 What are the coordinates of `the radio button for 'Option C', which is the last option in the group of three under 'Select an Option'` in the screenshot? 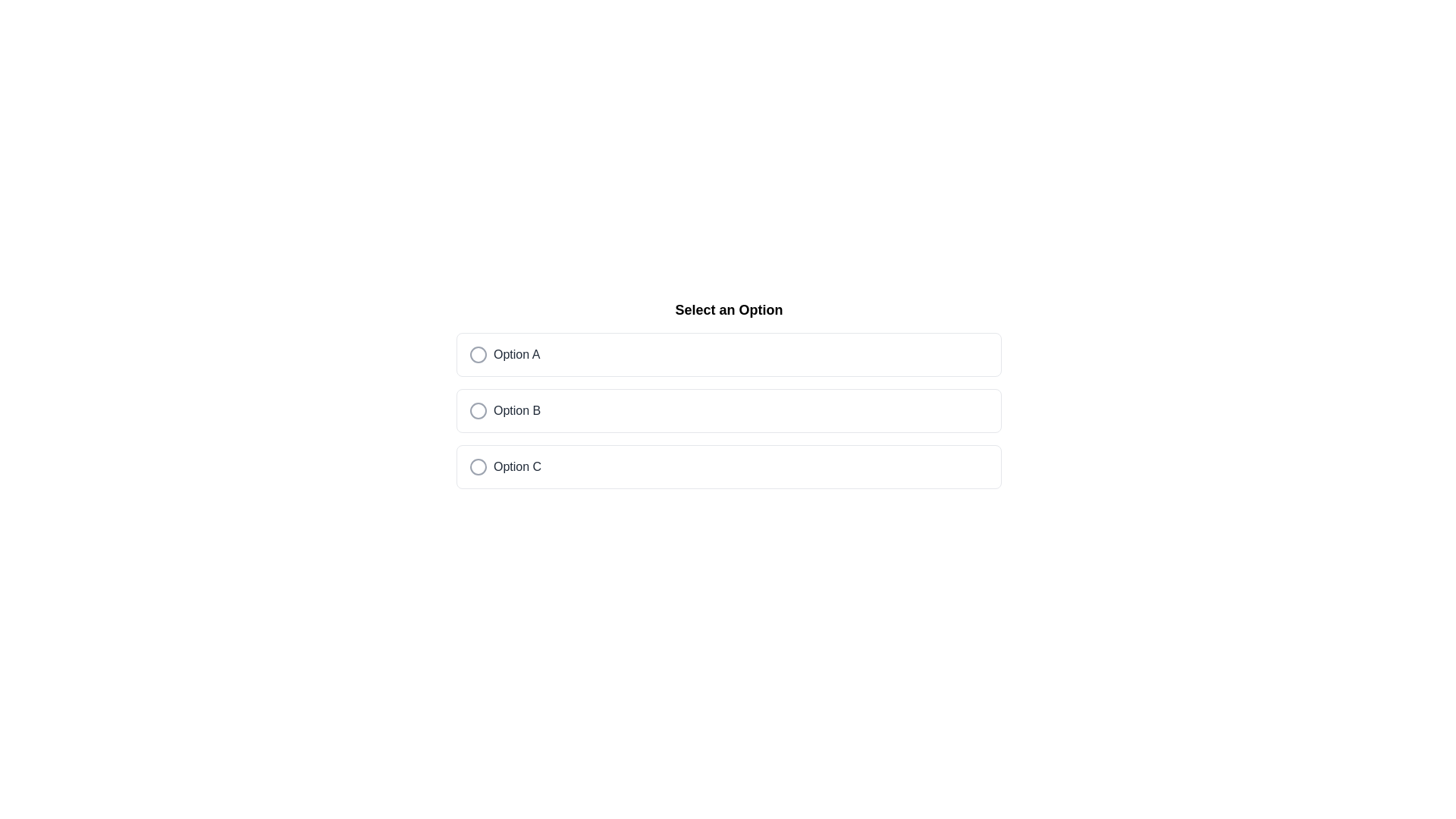 It's located at (729, 466).